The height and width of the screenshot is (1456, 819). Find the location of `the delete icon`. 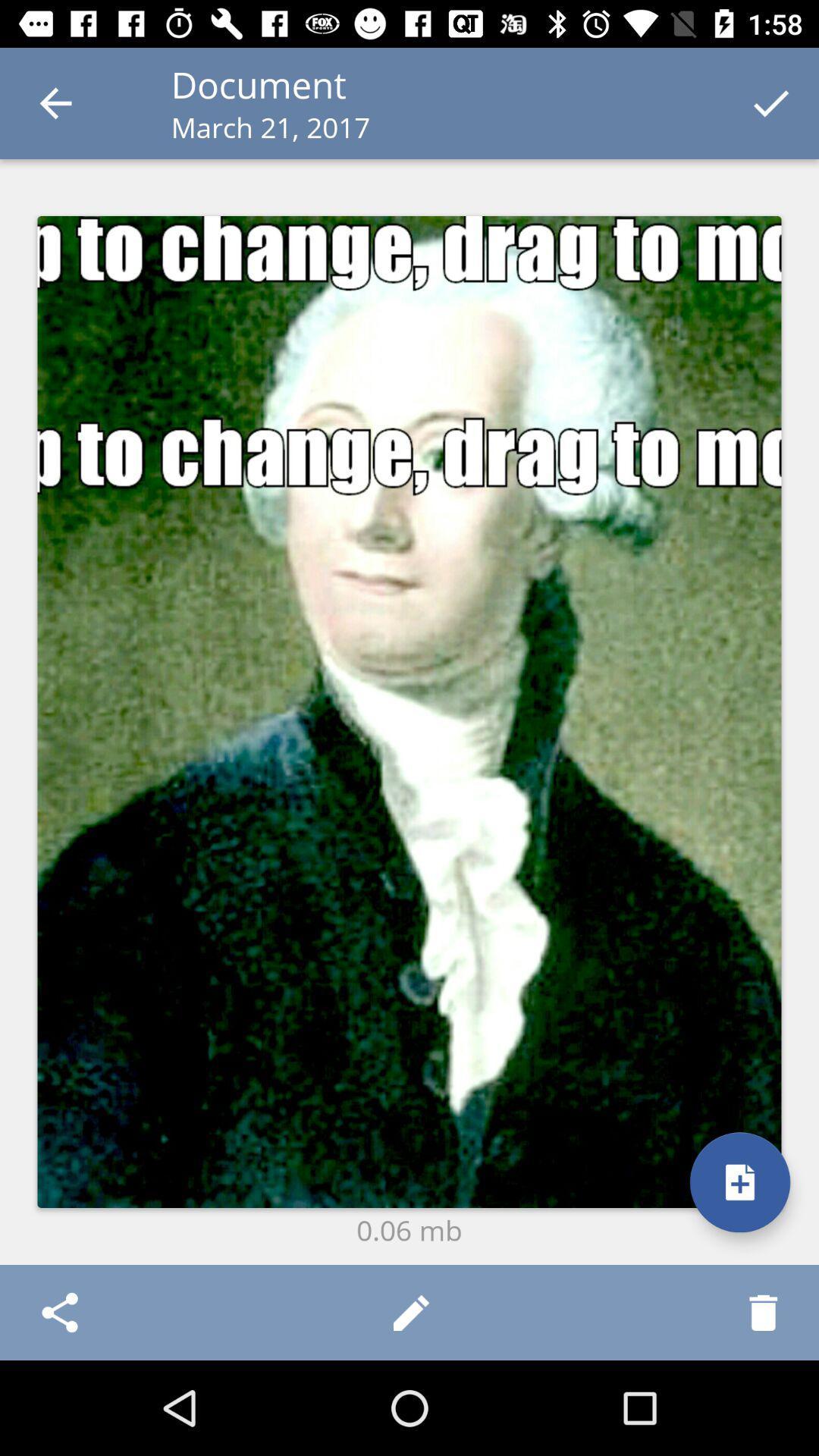

the delete icon is located at coordinates (763, 1312).